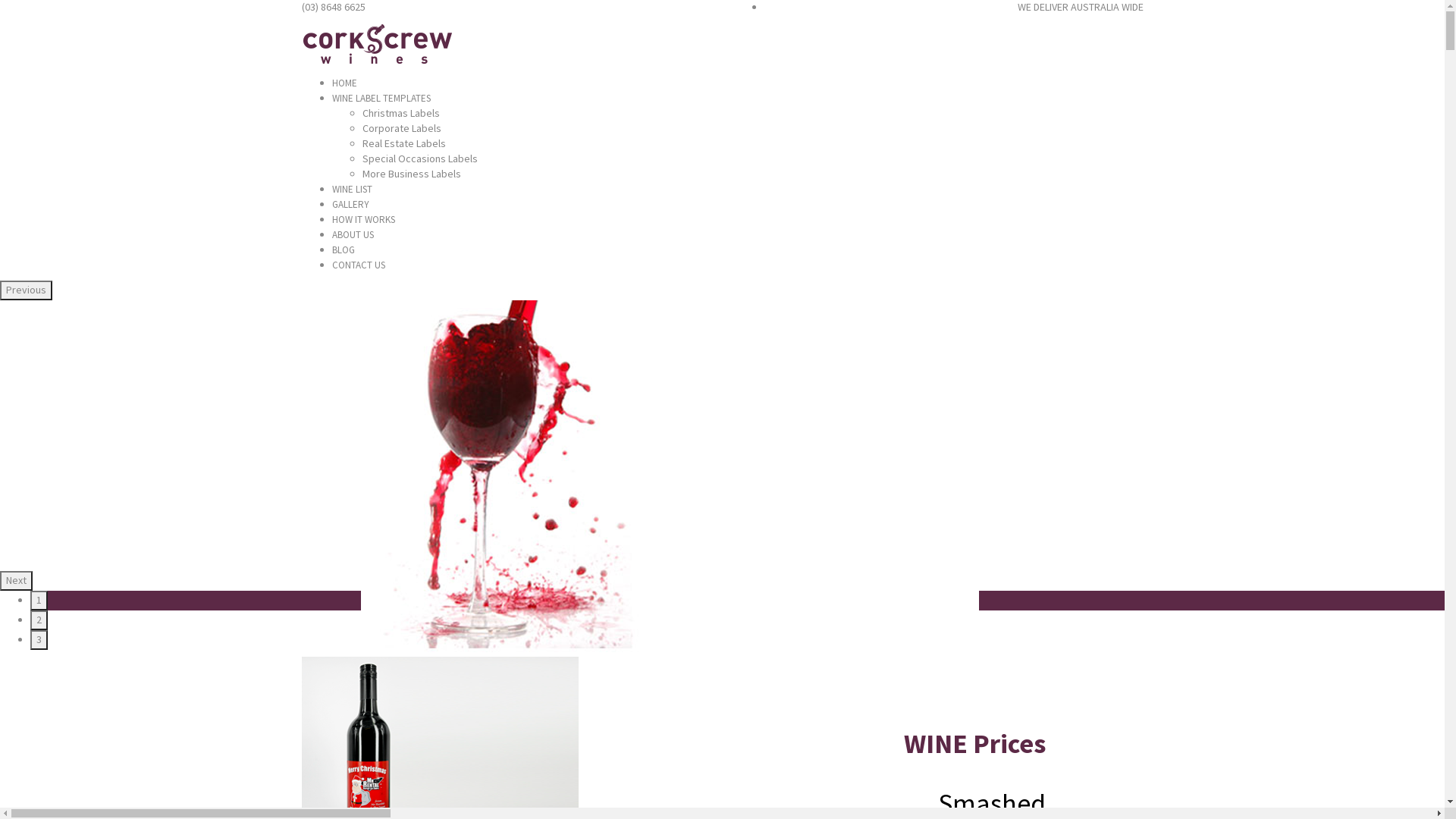 The height and width of the screenshot is (819, 1456). Describe the element at coordinates (401, 127) in the screenshot. I see `'Corporate Labels'` at that location.